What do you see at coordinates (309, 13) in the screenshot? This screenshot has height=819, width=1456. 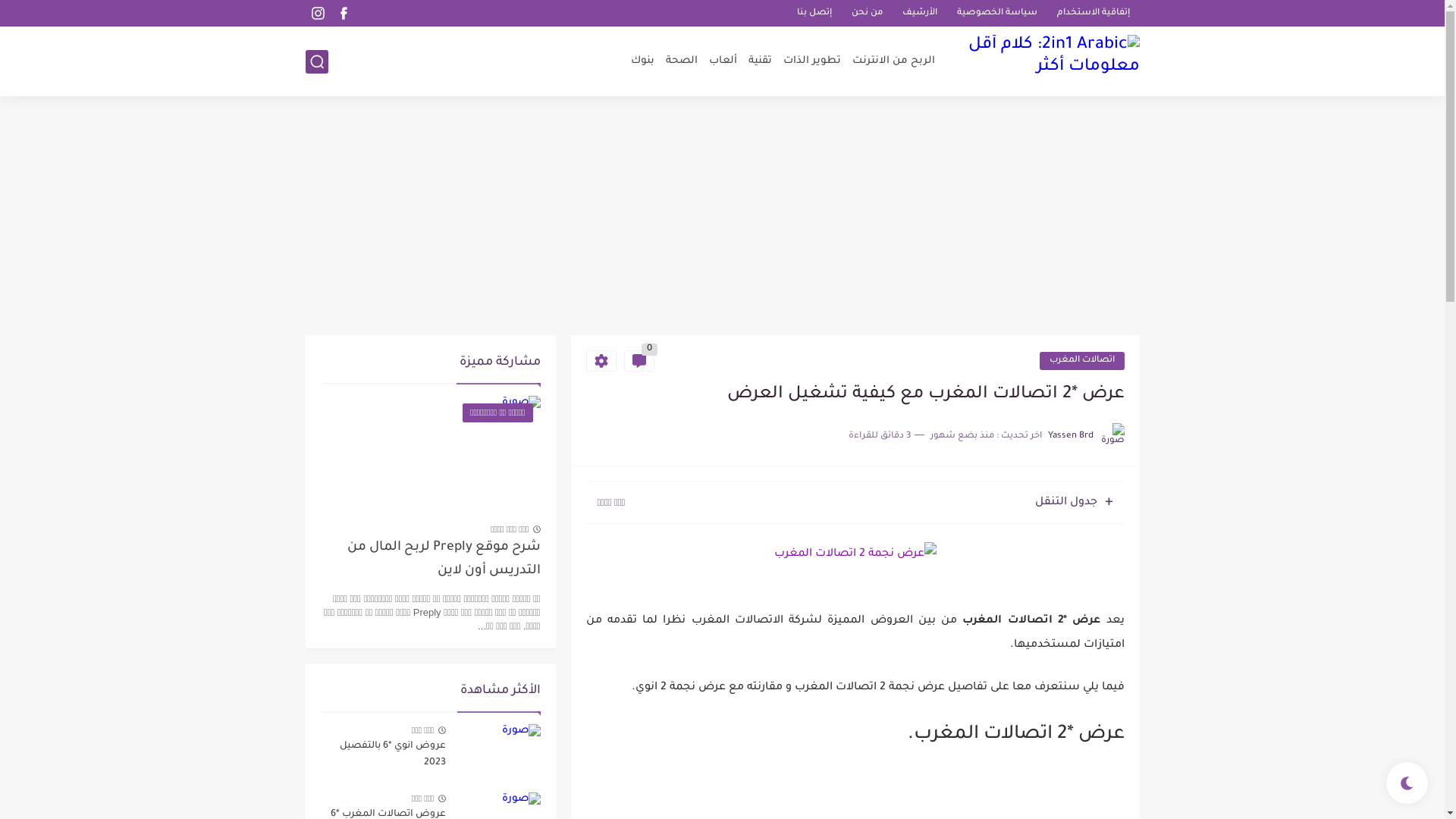 I see `'instagram'` at bounding box center [309, 13].